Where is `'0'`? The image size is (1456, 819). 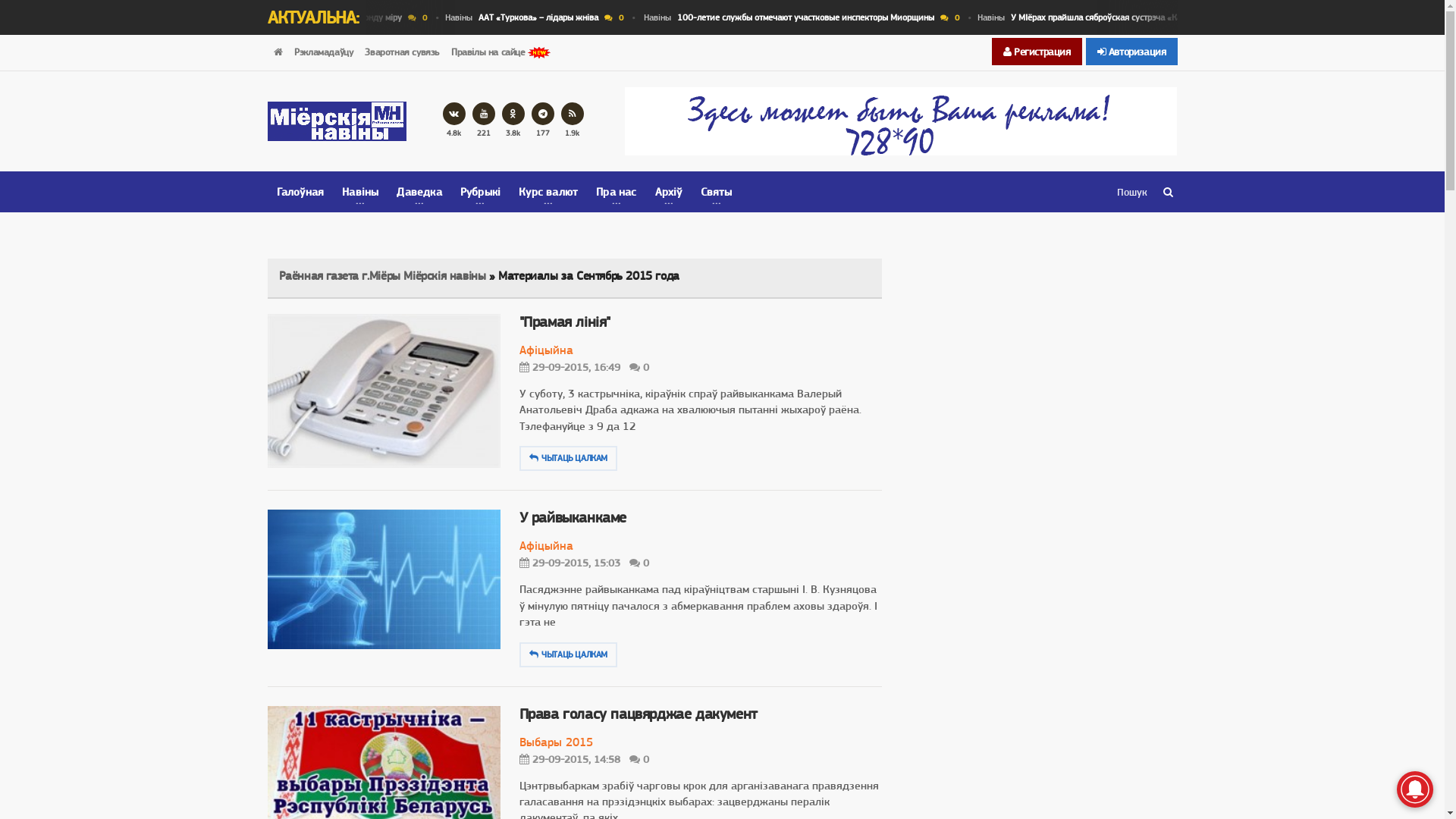
'0' is located at coordinates (758, 17).